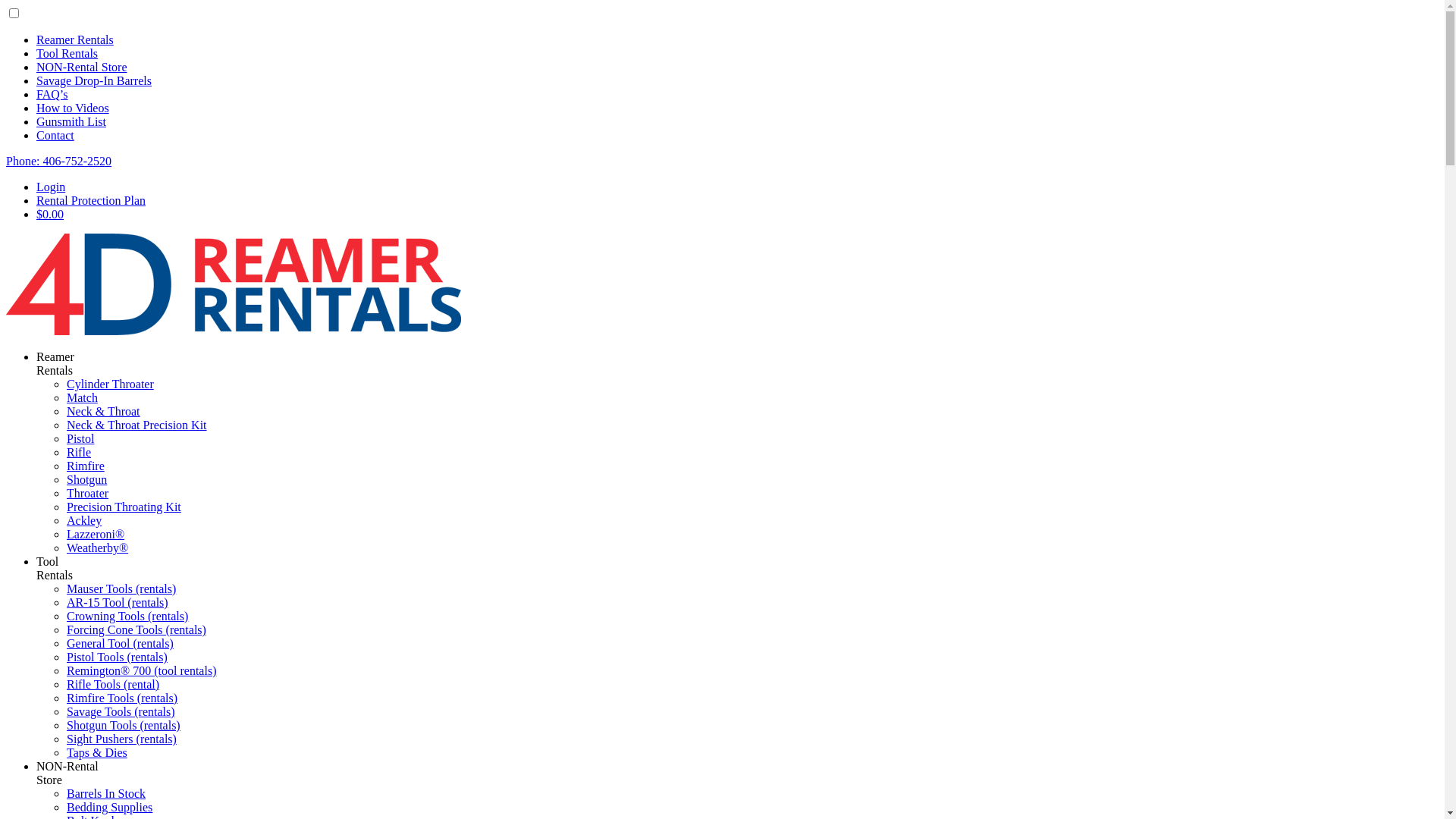 The image size is (1456, 819). Describe the element at coordinates (55, 134) in the screenshot. I see `'Contact'` at that location.